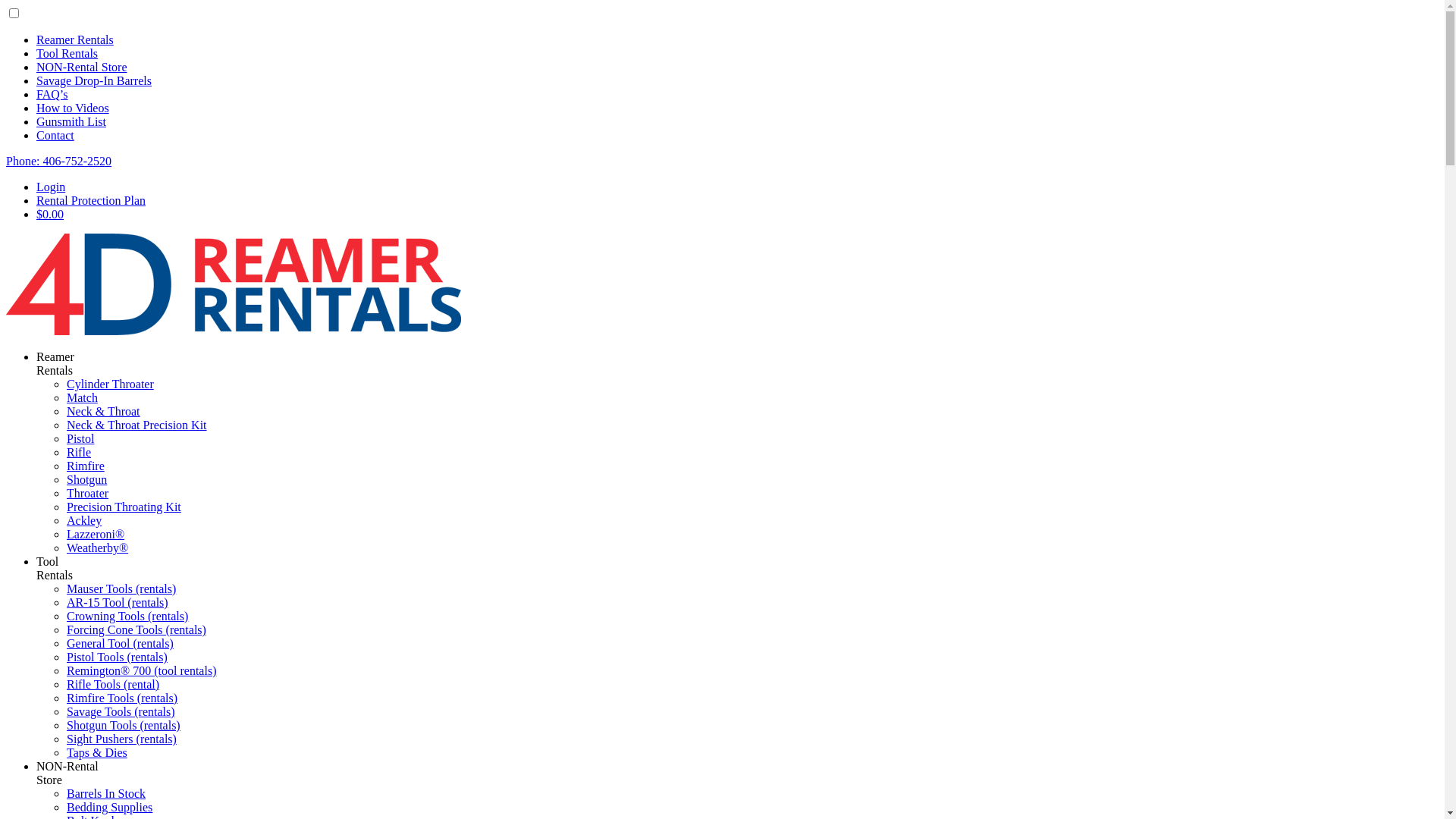 The image size is (1456, 819). Describe the element at coordinates (55, 134) in the screenshot. I see `'Contact'` at that location.